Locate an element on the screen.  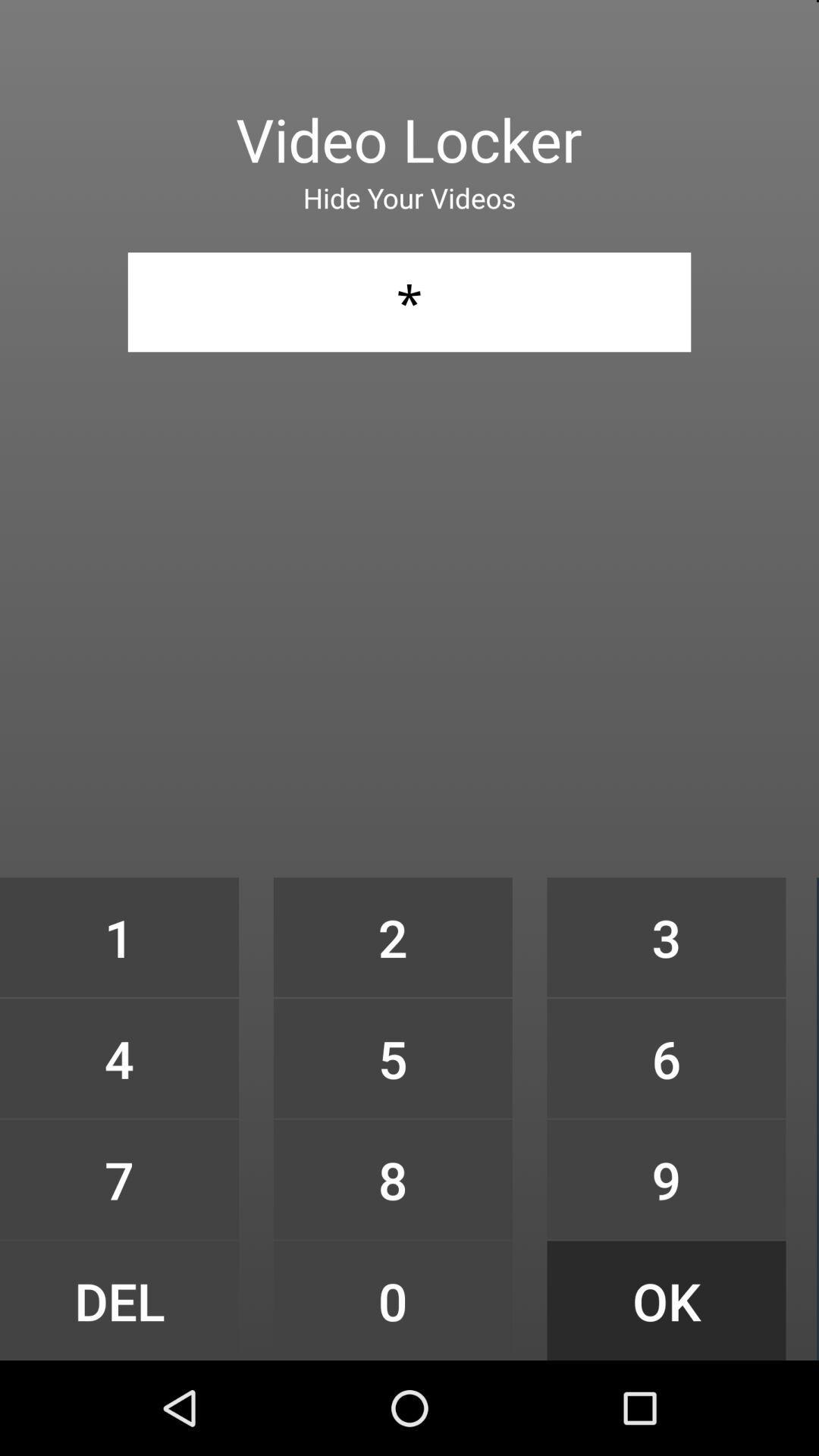
icon to the left of 3 icon is located at coordinates (392, 1057).